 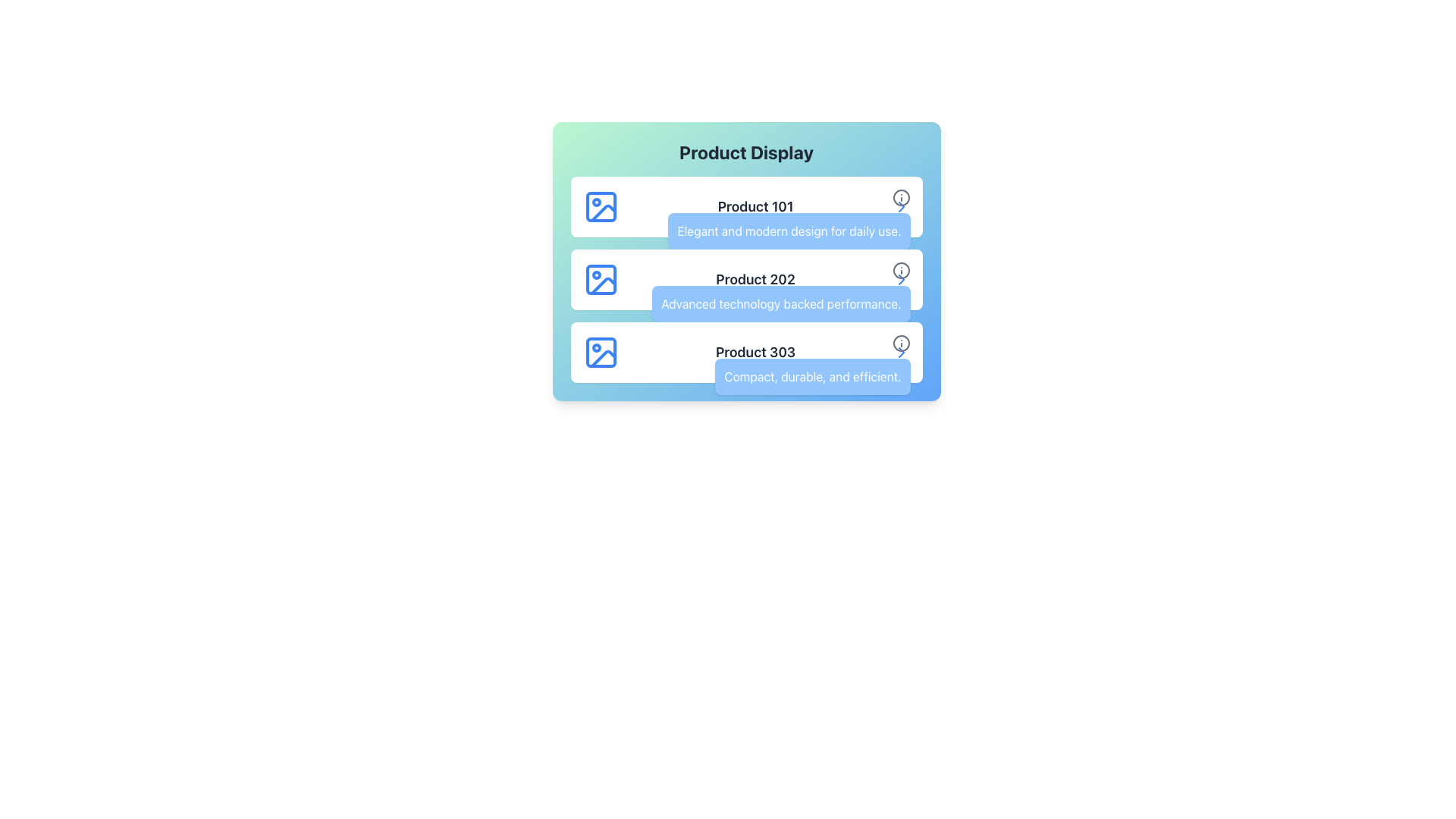 What do you see at coordinates (901, 270) in the screenshot?
I see `the circular informational icon with a gray outline and a white center, located to the right of the 'Product 202' title in the second row of the product list` at bounding box center [901, 270].